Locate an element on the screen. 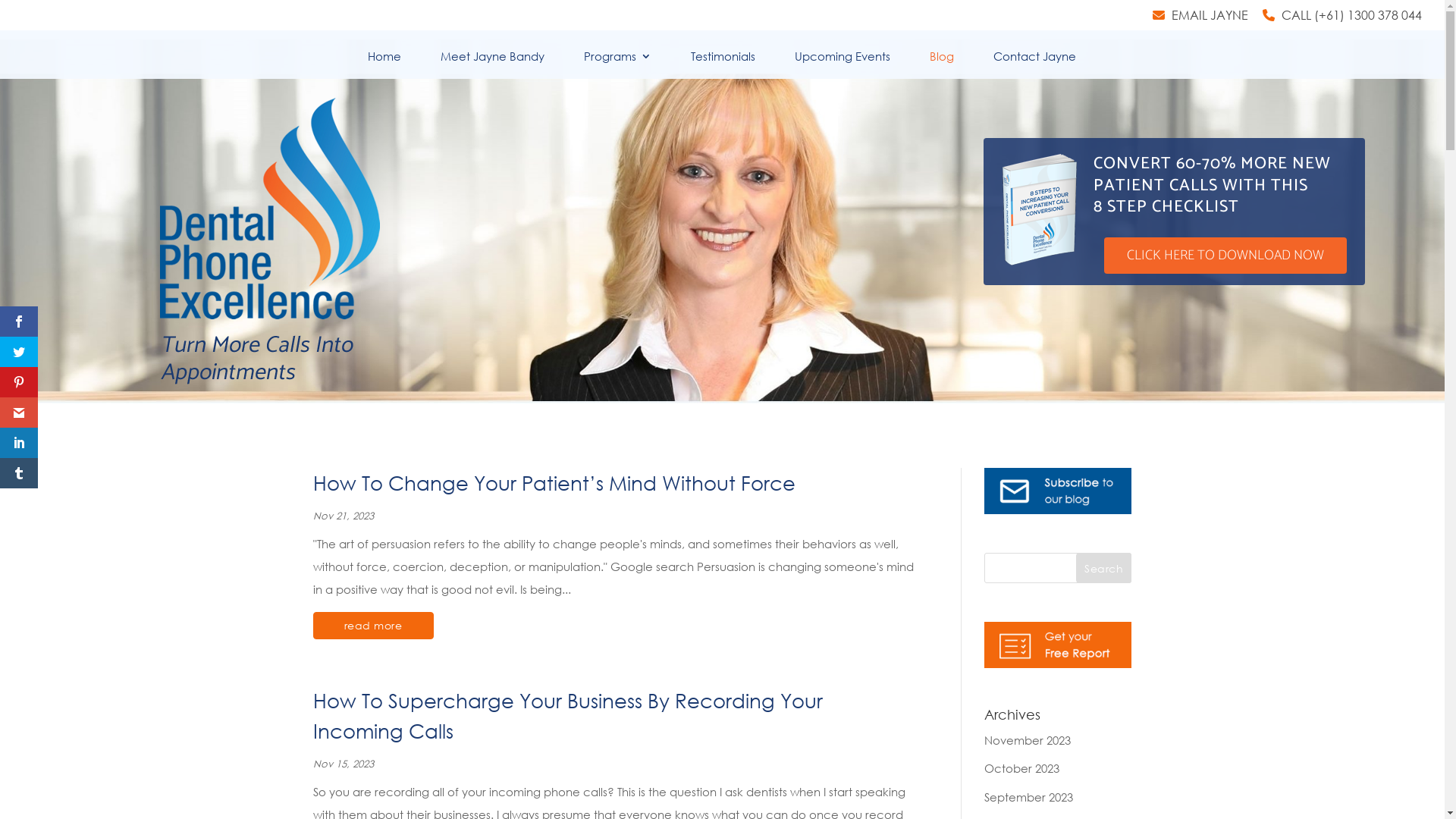 The width and height of the screenshot is (1456, 819). 'Home' is located at coordinates (383, 64).